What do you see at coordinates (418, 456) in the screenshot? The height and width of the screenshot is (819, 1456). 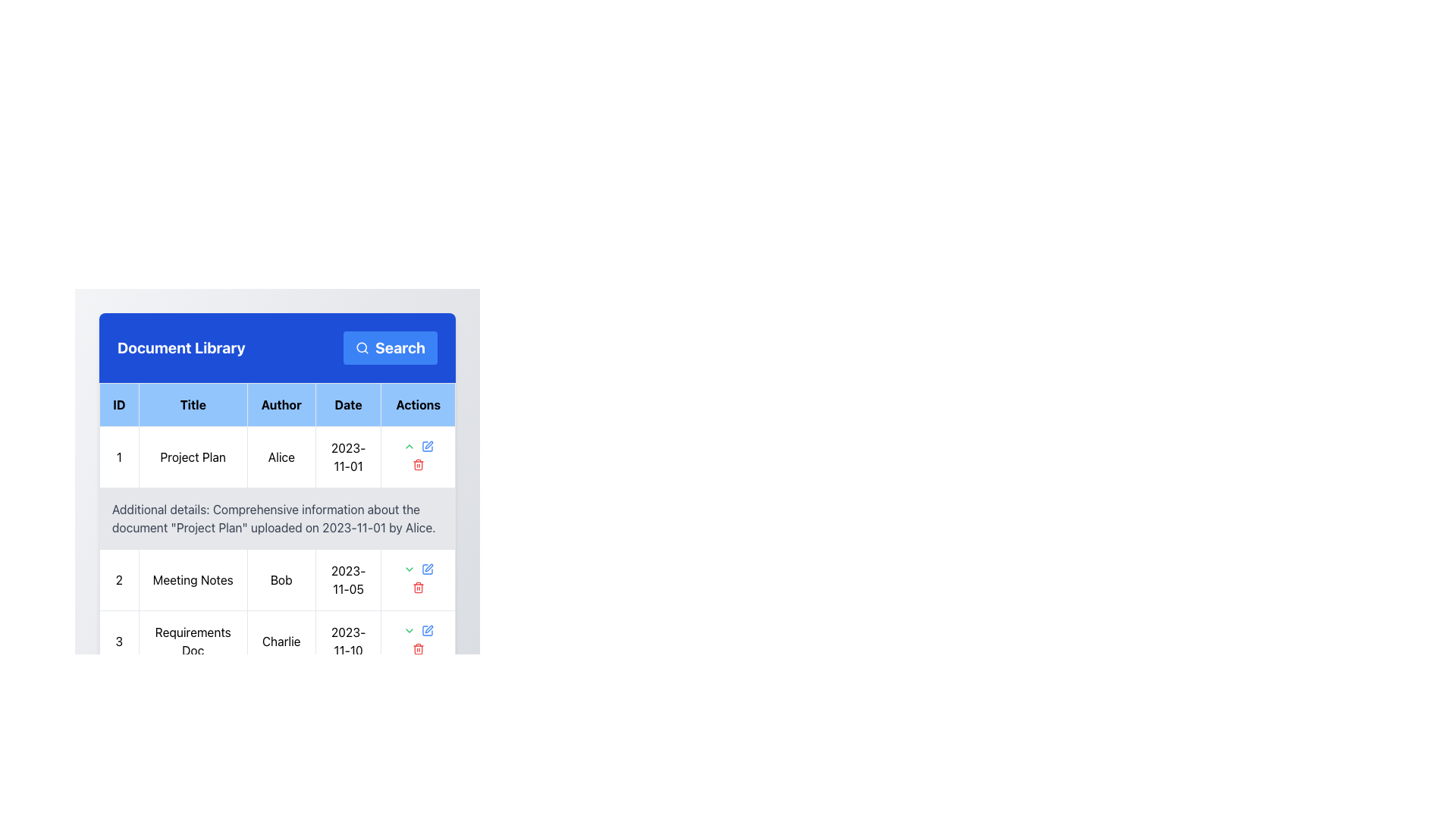 I see `the small red delete icon (trash can shape) located in the 'Actions' column for the 'Project Plan' entry by 'Alice' dated '2023-11-01' to initiate deletion of the associated row` at bounding box center [418, 456].